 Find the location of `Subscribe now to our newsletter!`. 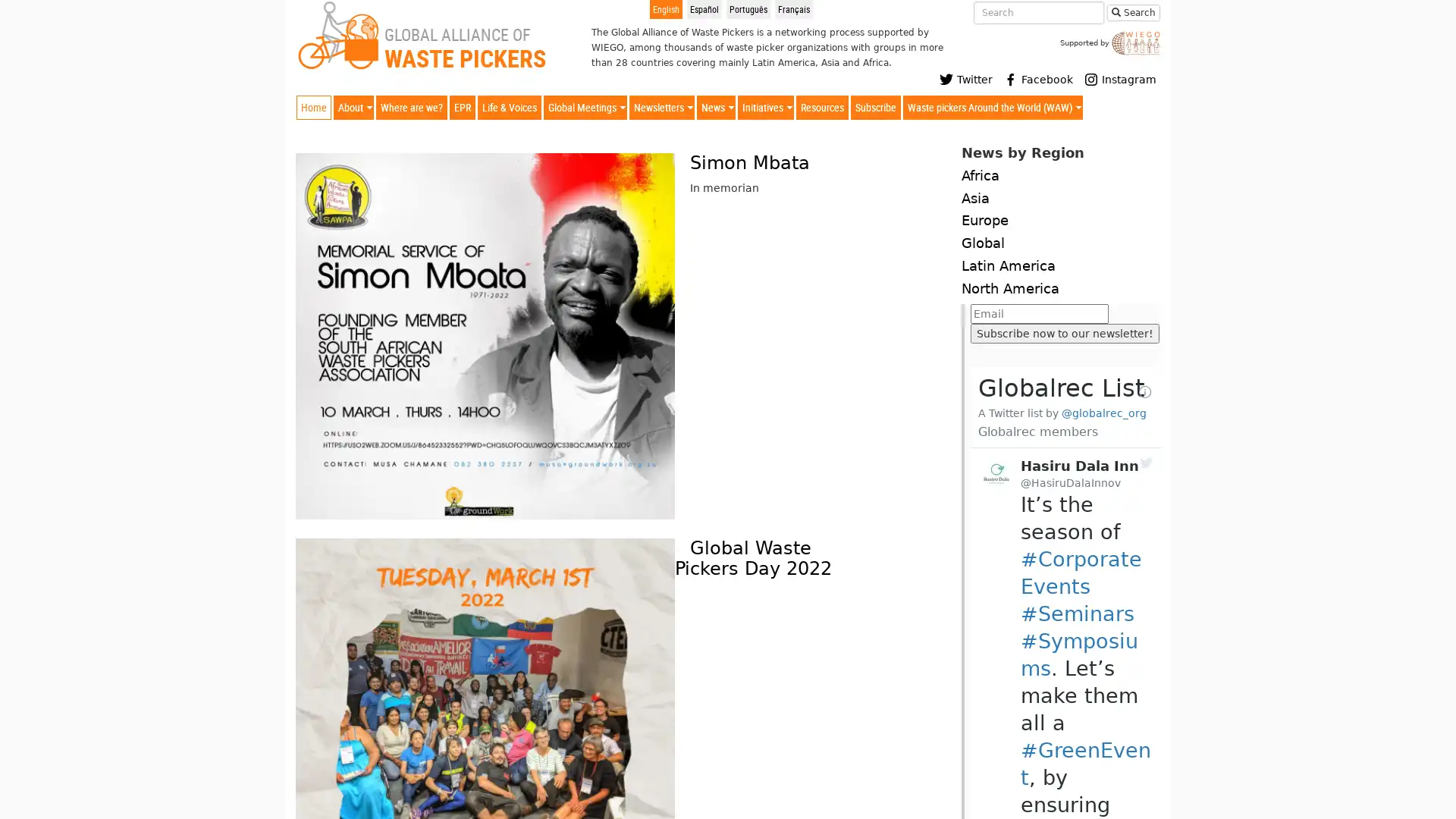

Subscribe now to our newsletter! is located at coordinates (1063, 332).